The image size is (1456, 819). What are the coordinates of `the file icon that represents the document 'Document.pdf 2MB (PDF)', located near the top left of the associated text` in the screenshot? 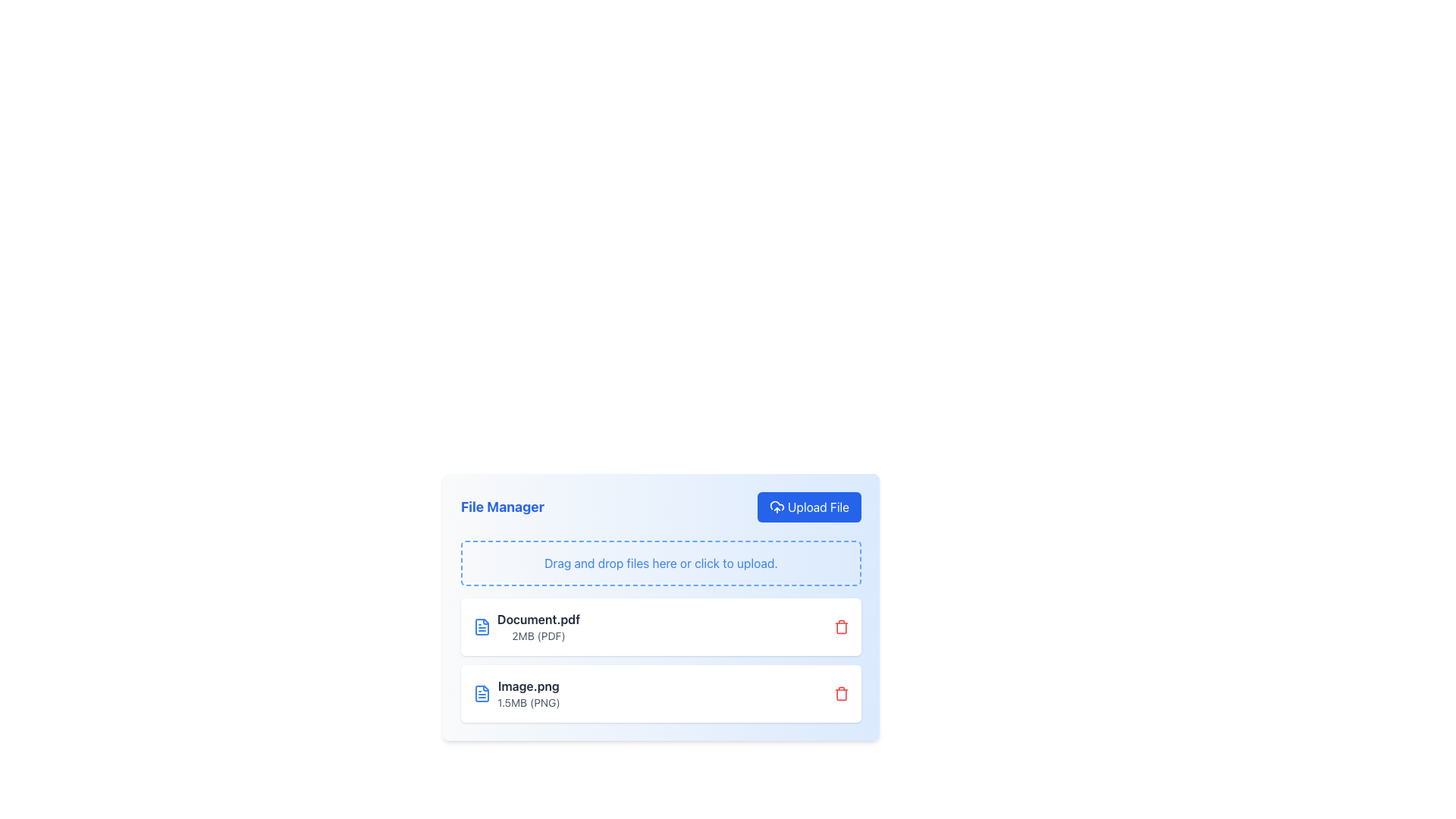 It's located at (481, 626).